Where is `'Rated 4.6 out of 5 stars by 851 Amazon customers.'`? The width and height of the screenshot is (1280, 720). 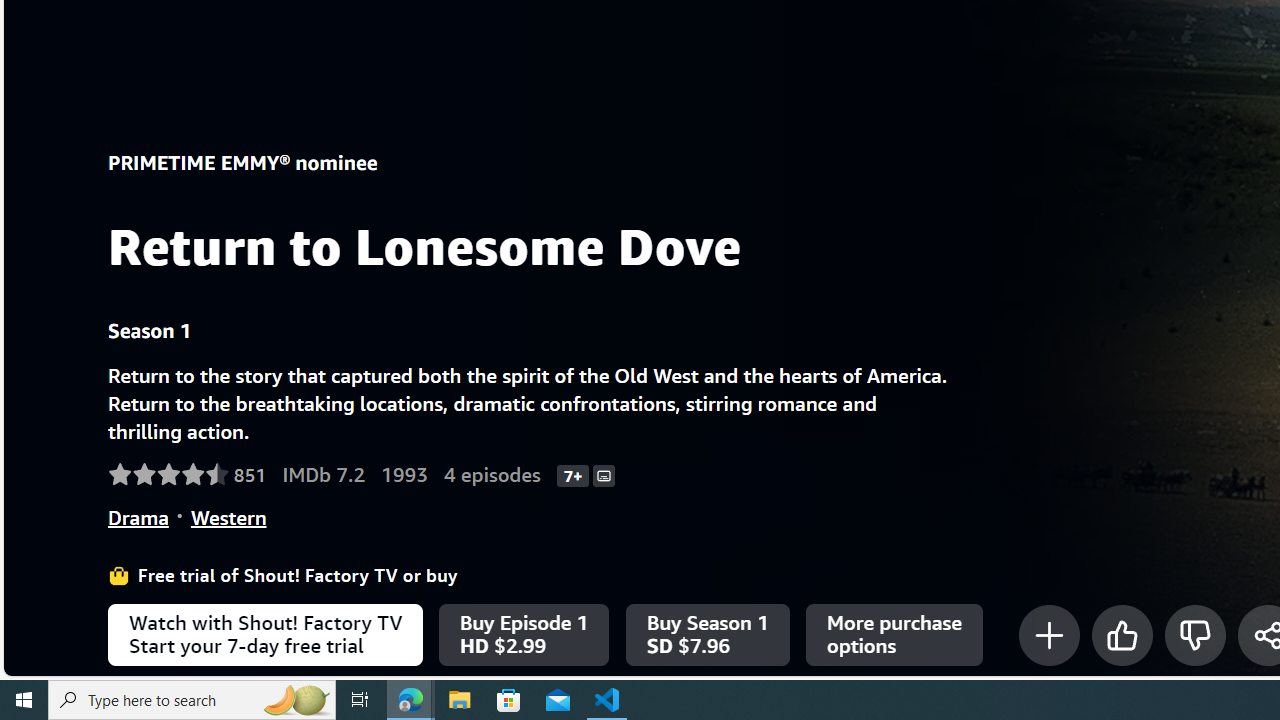 'Rated 4.6 out of 5 stars by 851 Amazon customers.' is located at coordinates (187, 475).